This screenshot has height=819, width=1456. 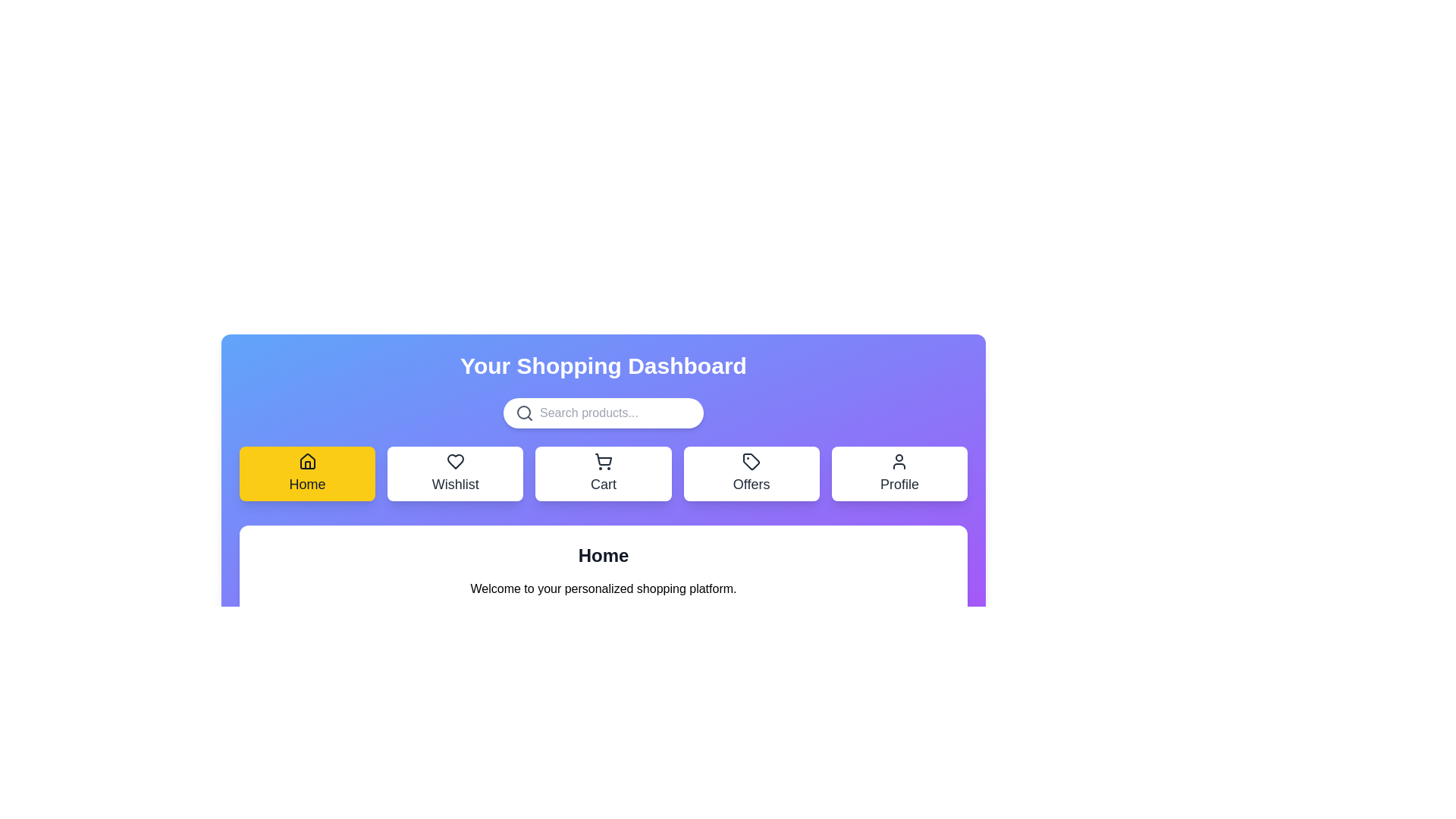 What do you see at coordinates (306, 464) in the screenshot?
I see `the house icon graphic in the highlighted 'Home' navigation section, which is positioned at the bottom of the house-shaped icon` at bounding box center [306, 464].